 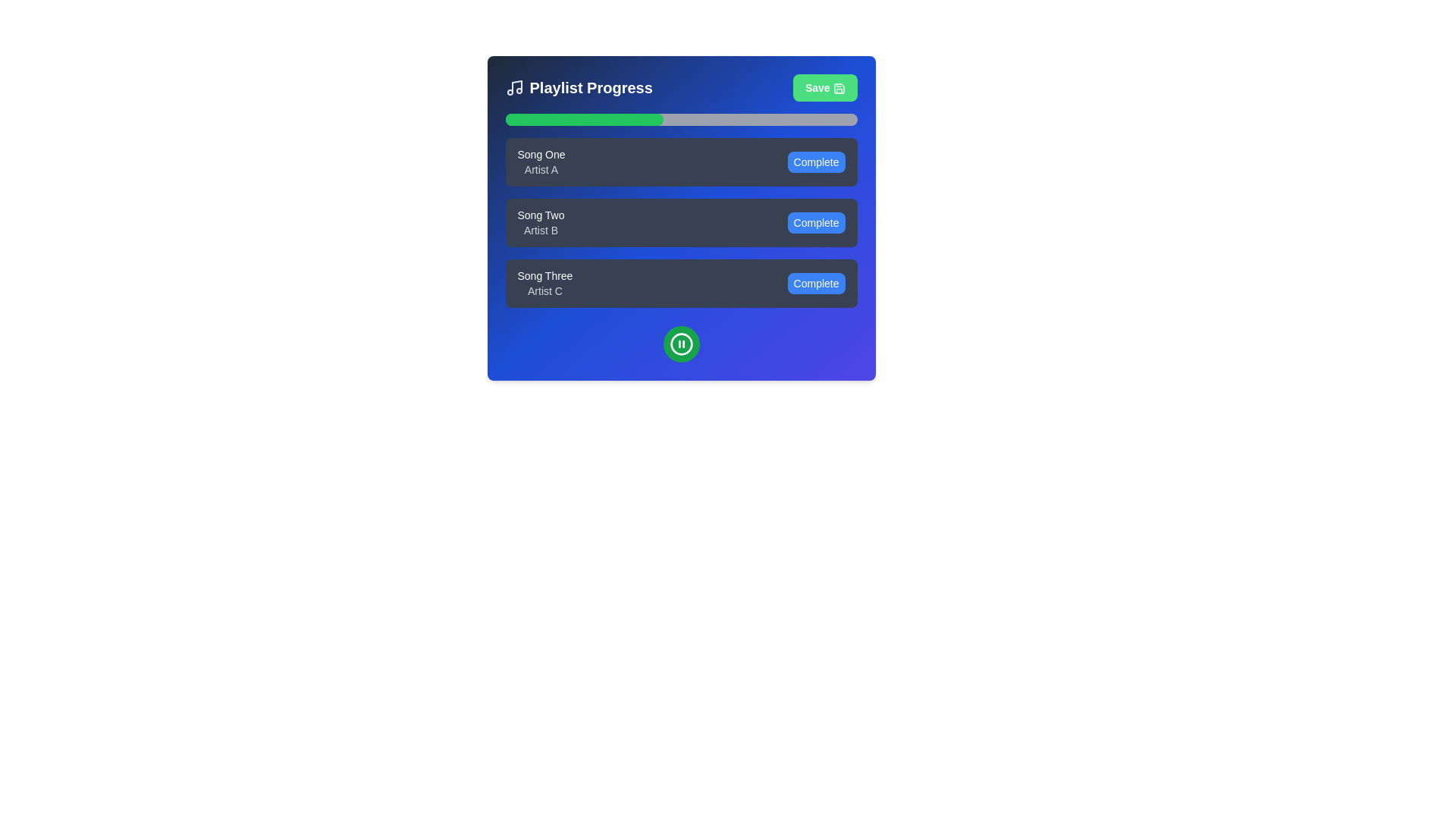 What do you see at coordinates (680, 344) in the screenshot?
I see `the green circular button with a white border and pause symbol at the bottom center of the playlist progress interface` at bounding box center [680, 344].